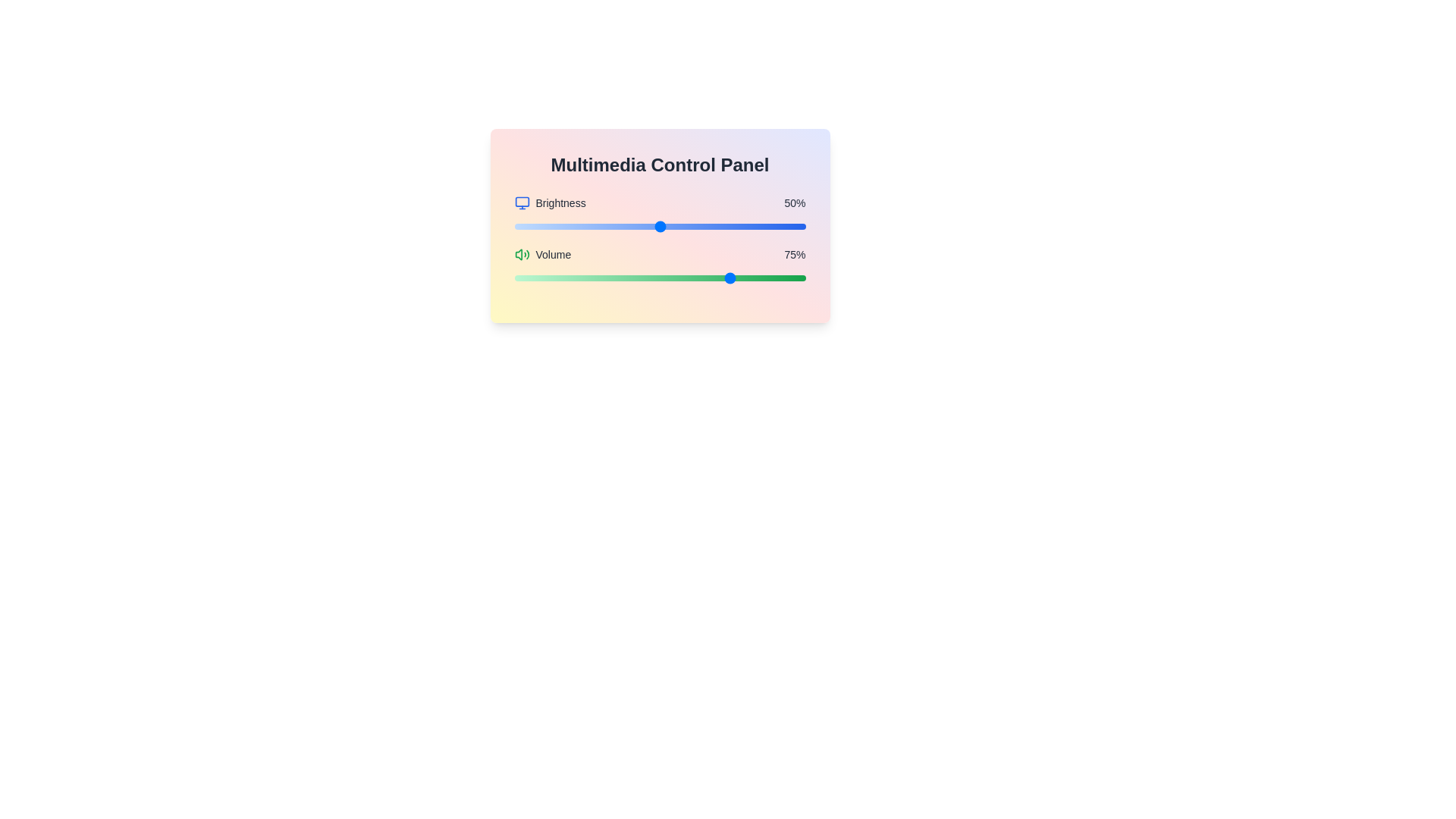 Image resolution: width=1456 pixels, height=819 pixels. I want to click on the volume slider to 1% by dragging the slider to the desired position, so click(517, 278).